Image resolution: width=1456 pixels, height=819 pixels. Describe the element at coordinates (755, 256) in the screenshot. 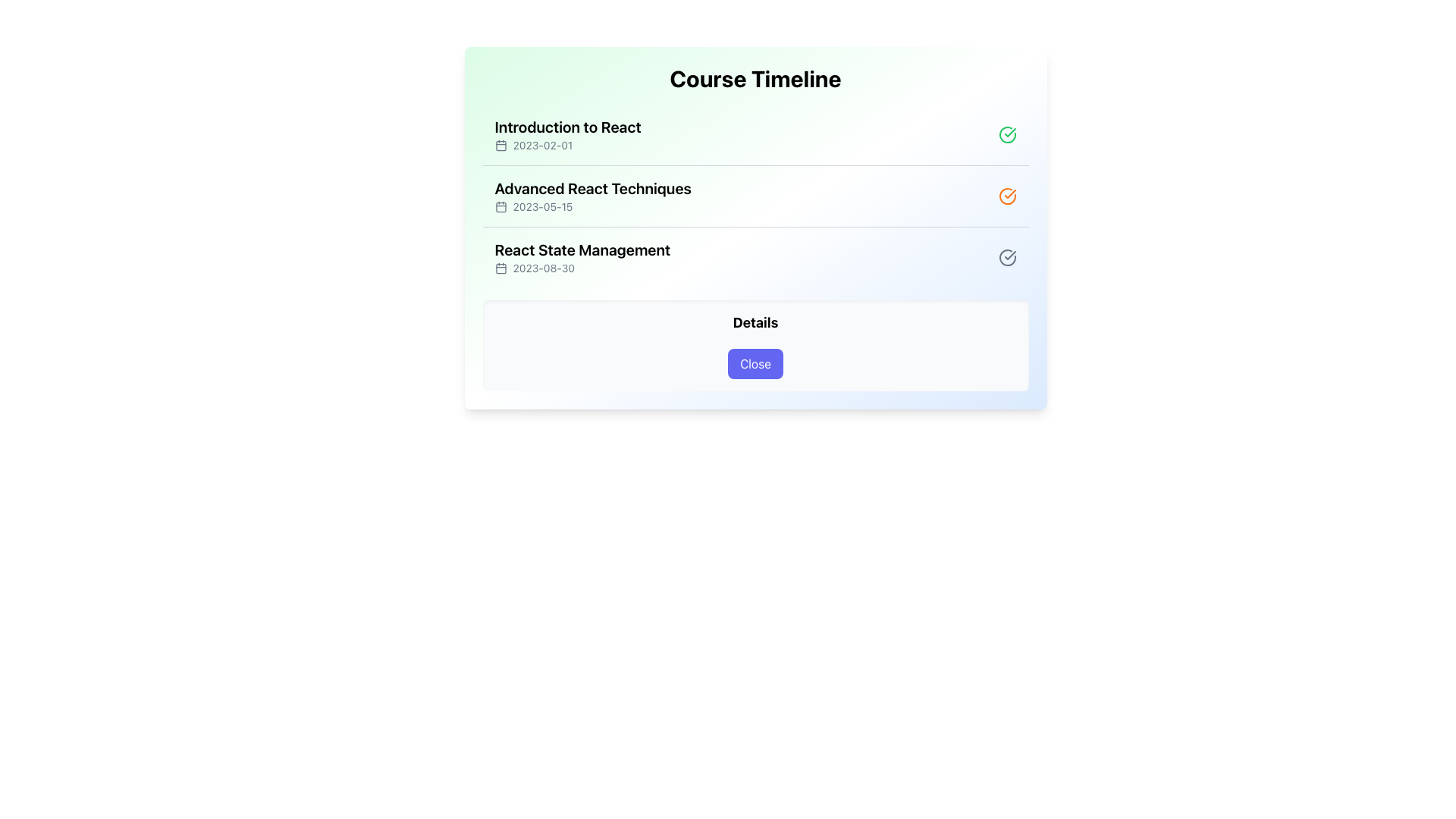

I see `the List Item element titled 'React State Management' in the Course Timeline to trigger a tooltip` at that location.